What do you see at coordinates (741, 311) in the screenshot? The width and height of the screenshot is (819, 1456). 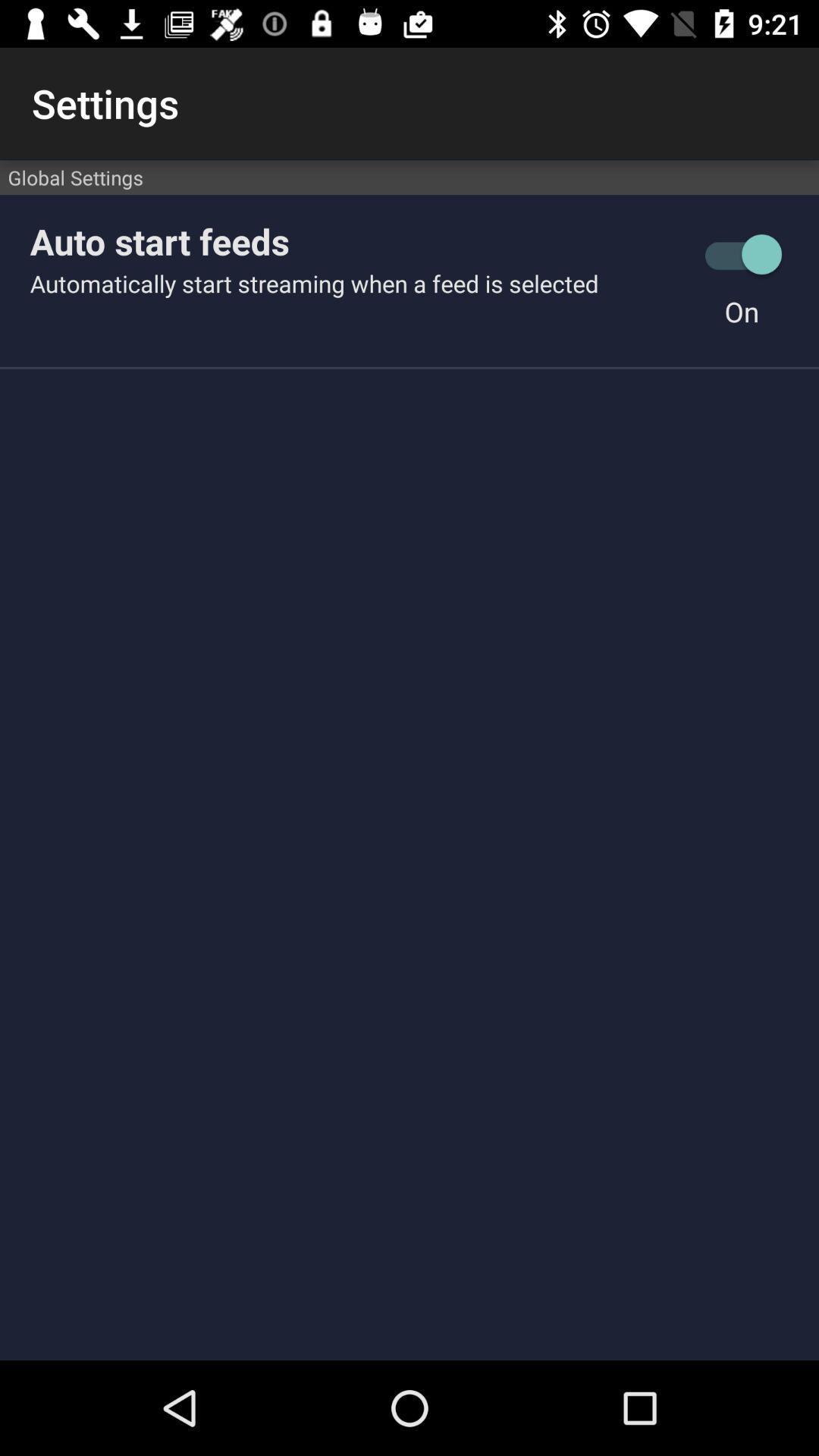 I see `the on item` at bounding box center [741, 311].